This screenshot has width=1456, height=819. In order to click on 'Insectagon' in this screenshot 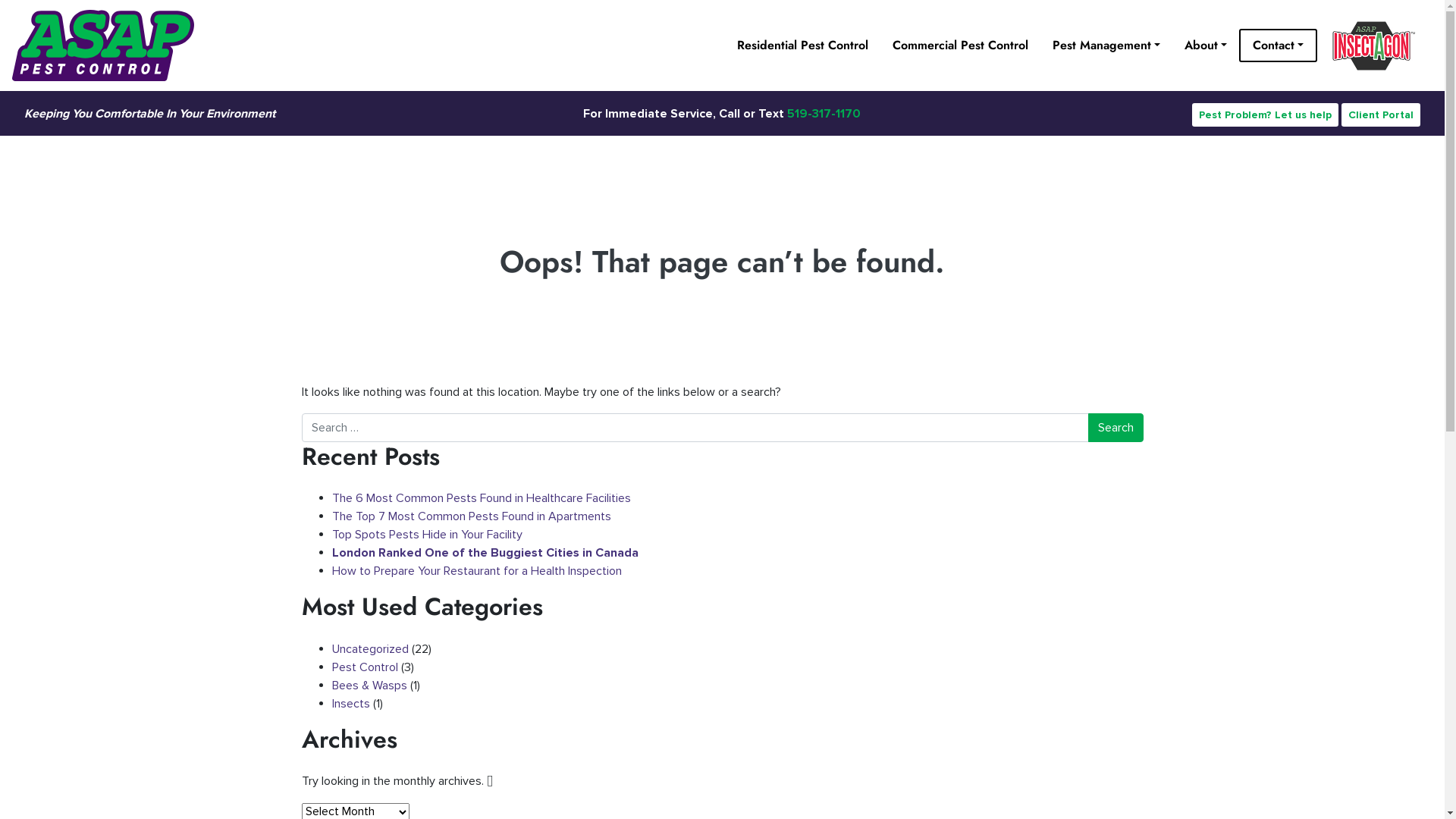, I will do `click(1375, 45)`.